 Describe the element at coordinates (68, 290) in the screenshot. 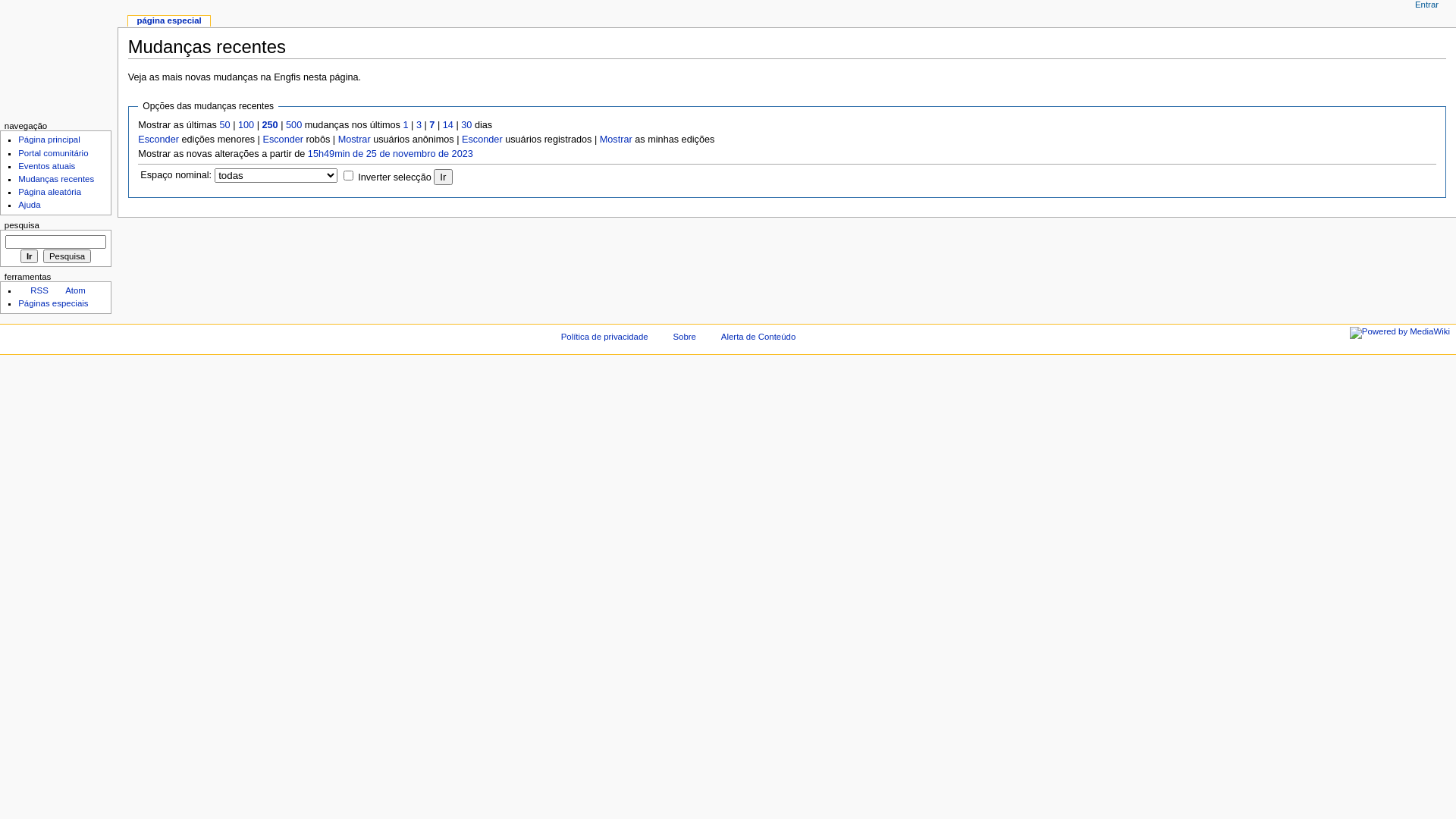

I see `'Atom'` at that location.